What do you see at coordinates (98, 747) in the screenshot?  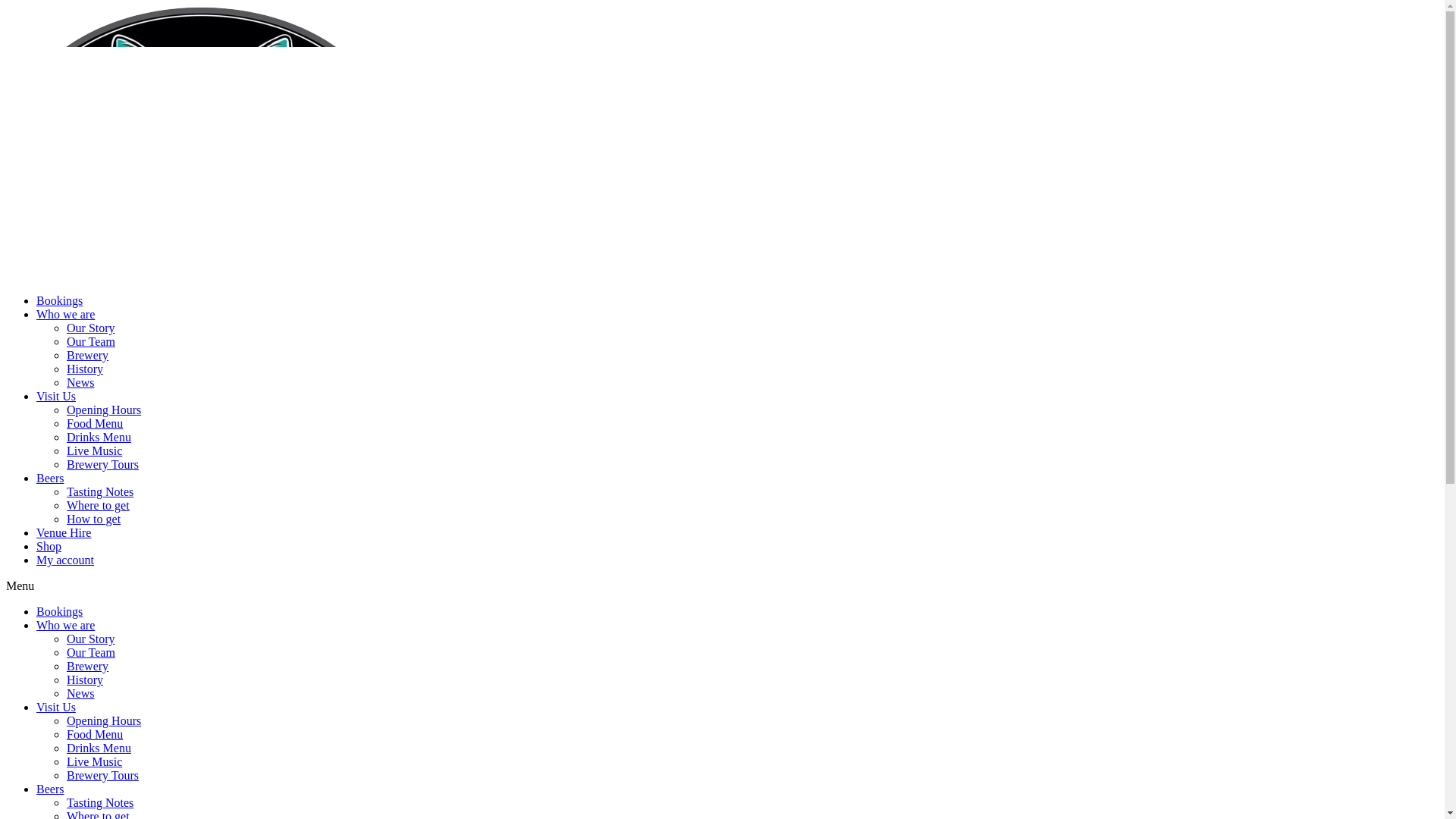 I see `'Drinks Menu'` at bounding box center [98, 747].